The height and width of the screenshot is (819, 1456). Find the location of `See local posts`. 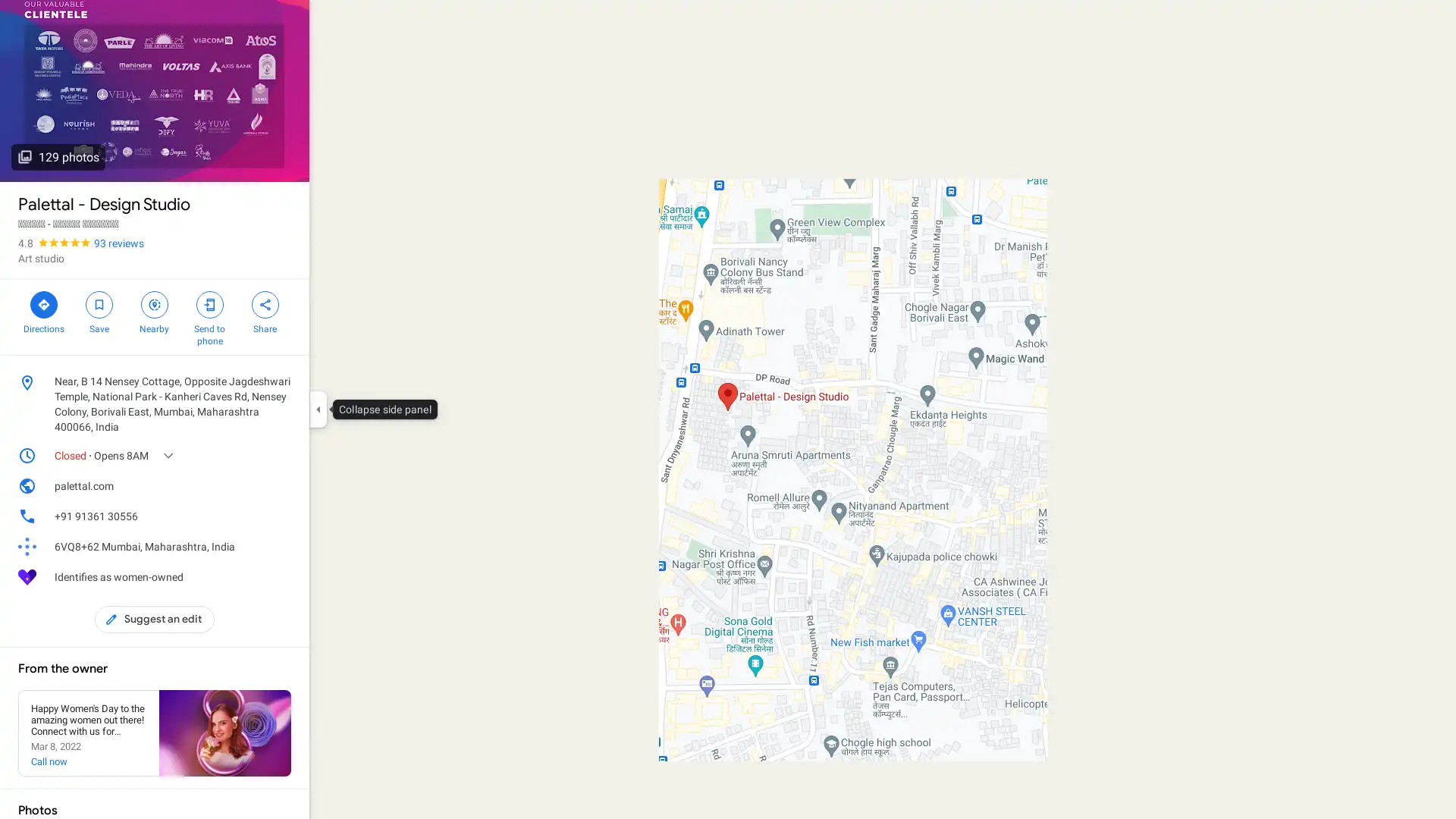

See local posts is located at coordinates (155, 733).